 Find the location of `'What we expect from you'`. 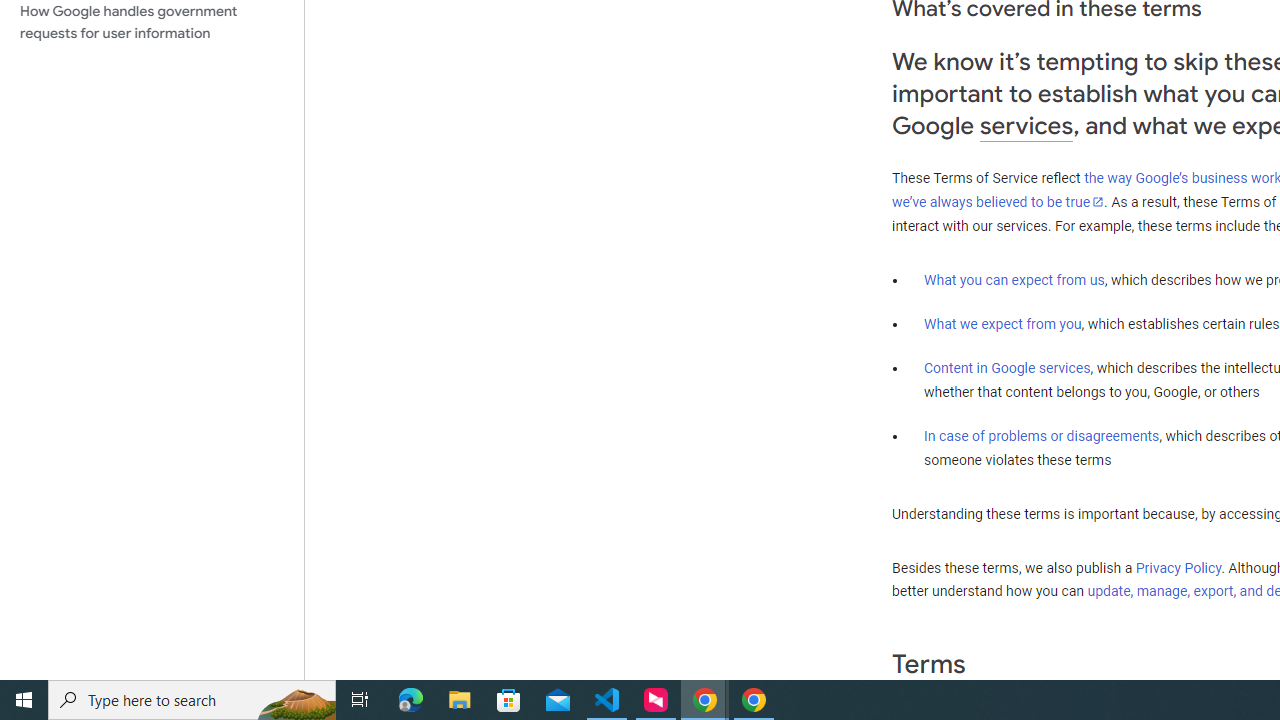

'What we expect from you' is located at coordinates (1002, 323).